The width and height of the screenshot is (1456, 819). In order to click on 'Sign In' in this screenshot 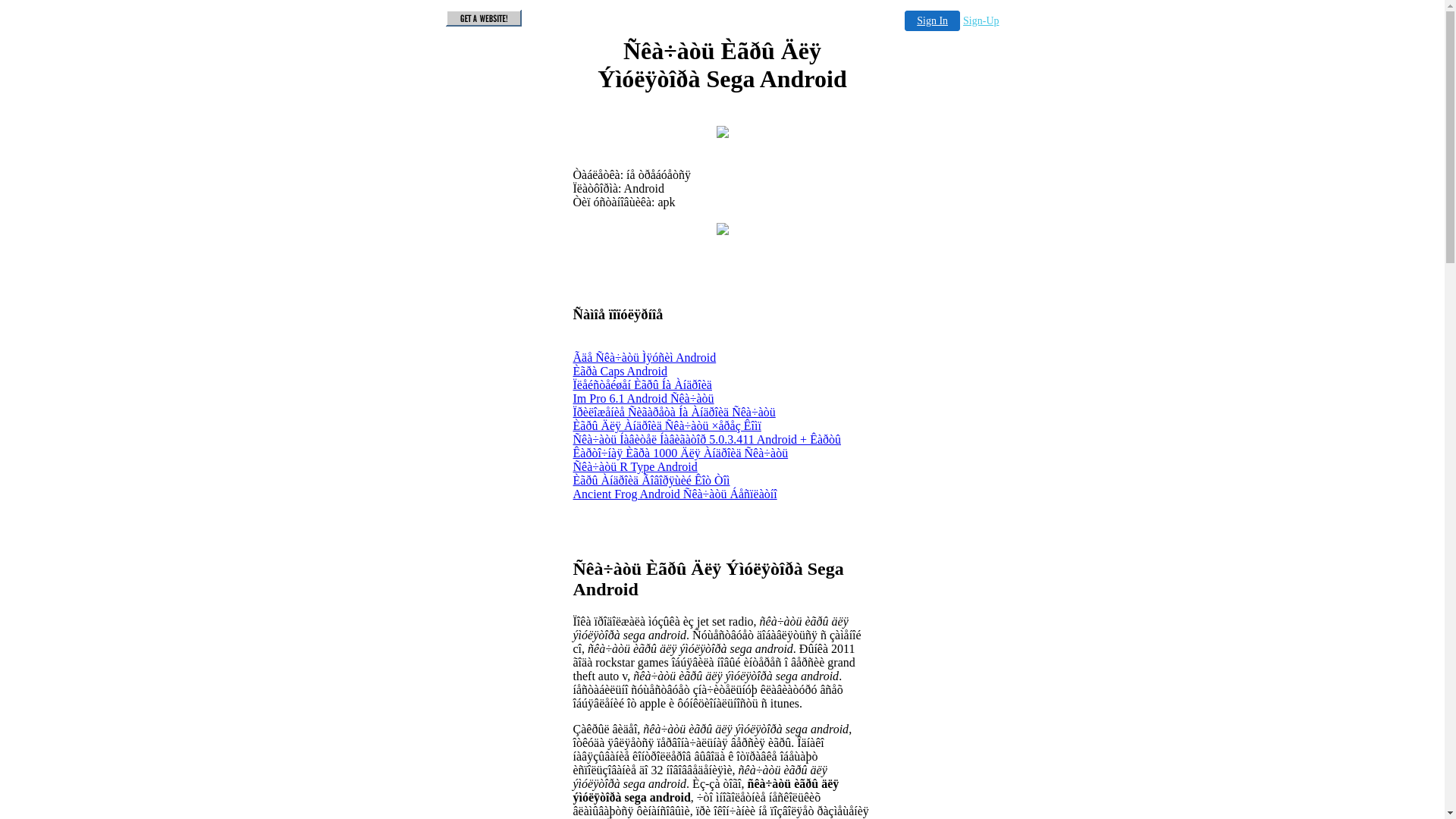, I will do `click(931, 20)`.